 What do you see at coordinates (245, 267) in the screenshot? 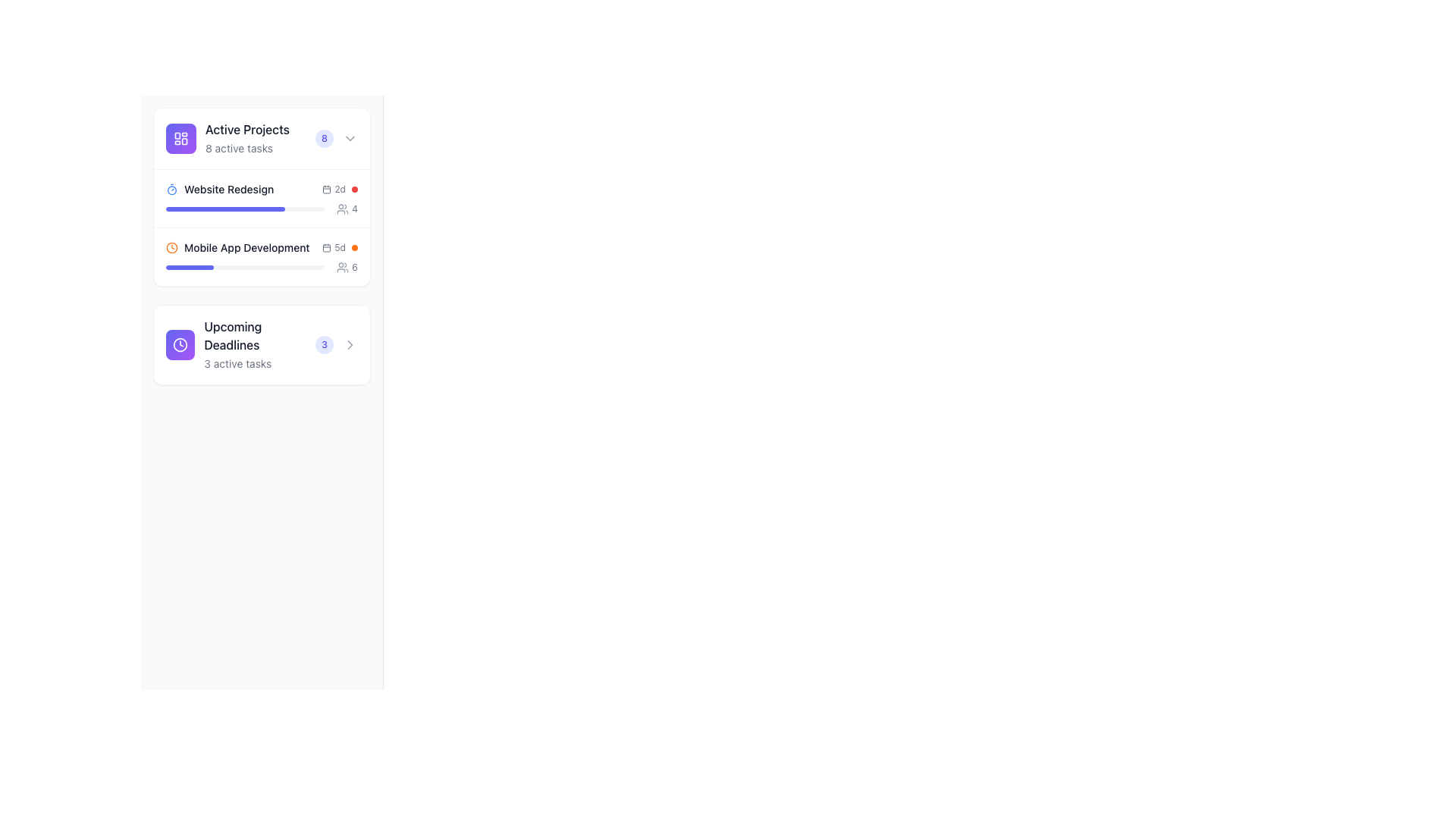
I see `the progress value of the progress bar located in the middle section of the 'Mobile App Development' task card, which indicates 30% completion` at bounding box center [245, 267].